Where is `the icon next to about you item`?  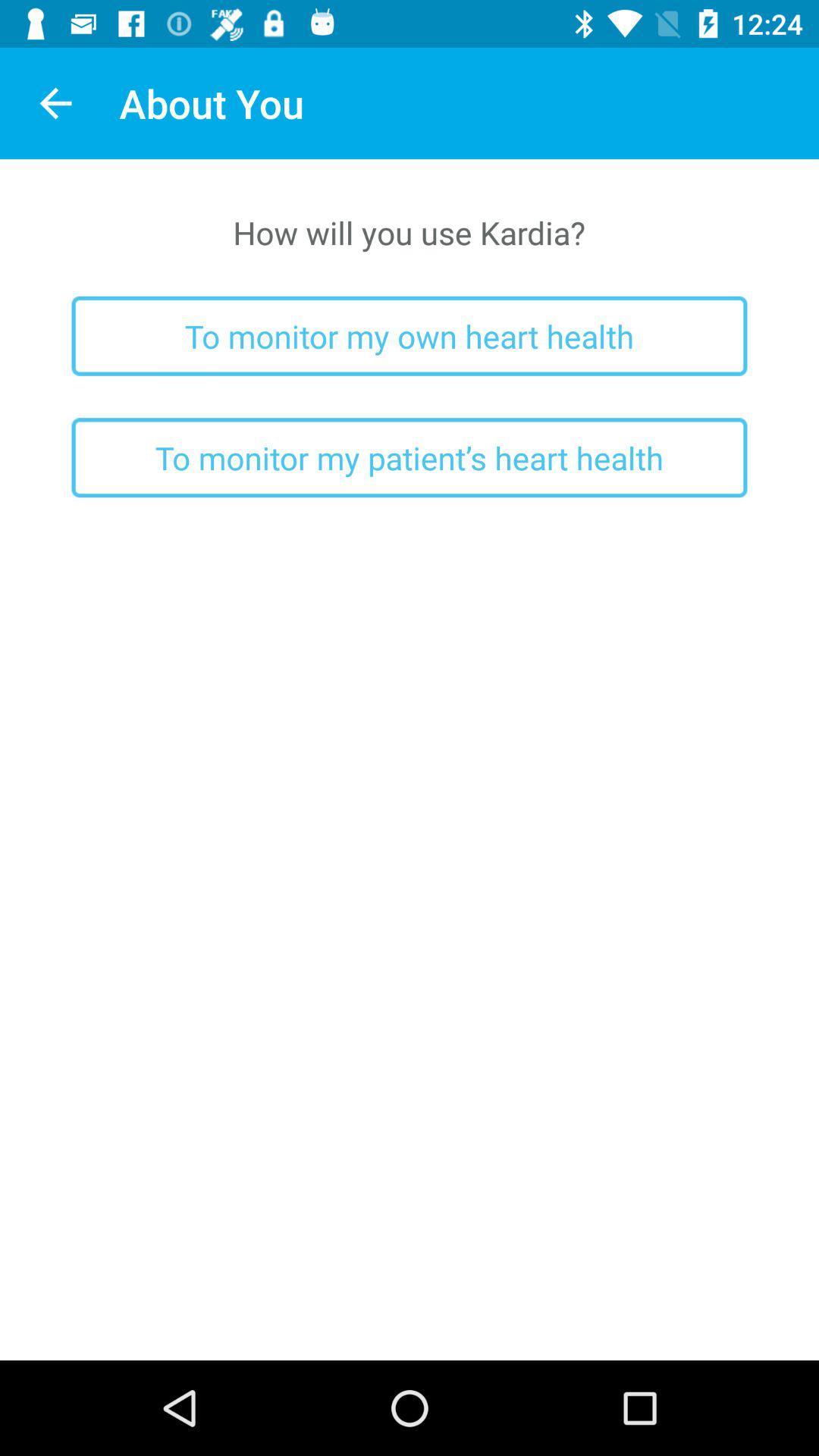
the icon next to about you item is located at coordinates (55, 102).